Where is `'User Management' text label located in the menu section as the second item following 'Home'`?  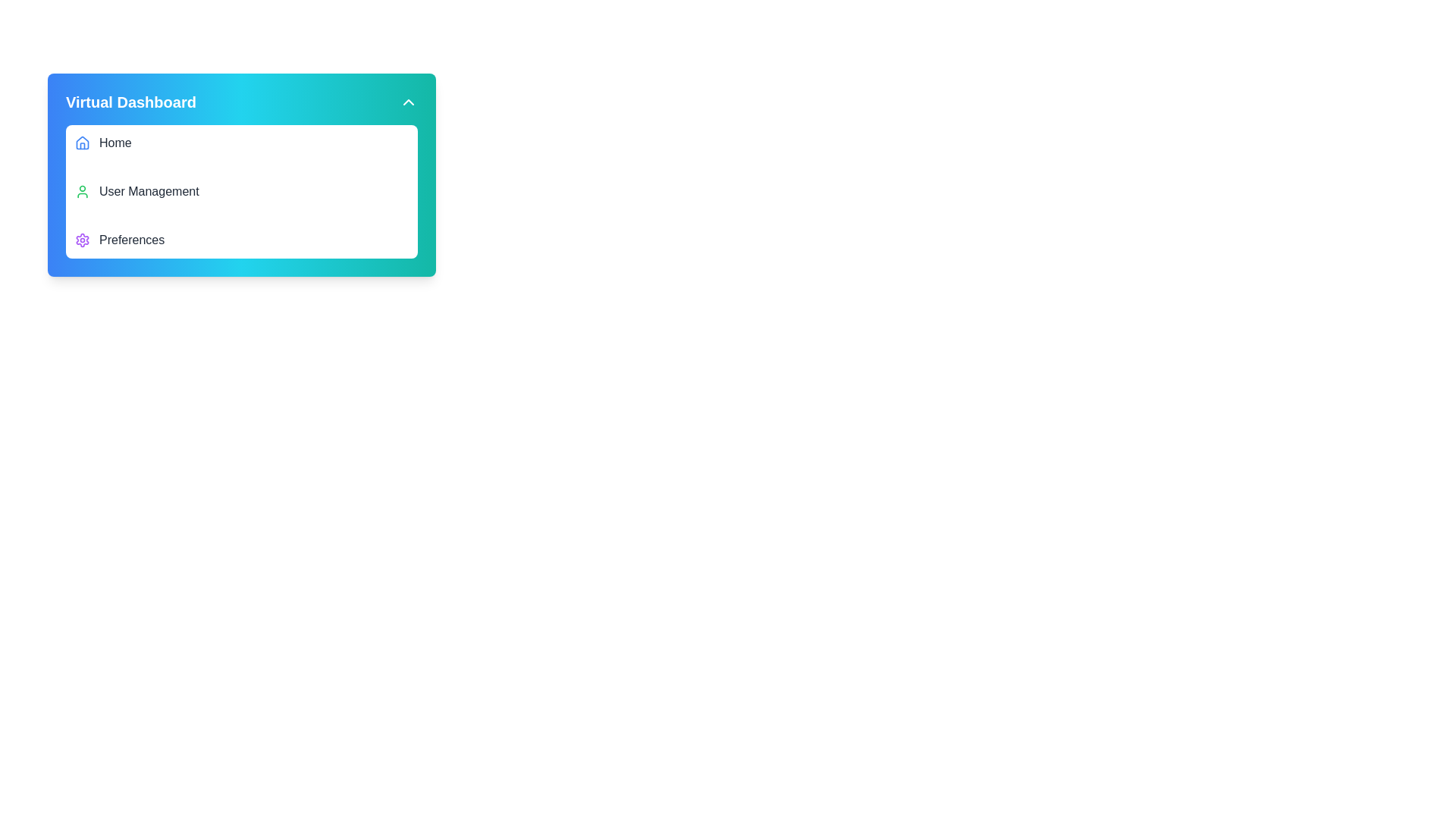 'User Management' text label located in the menu section as the second item following 'Home' is located at coordinates (149, 191).